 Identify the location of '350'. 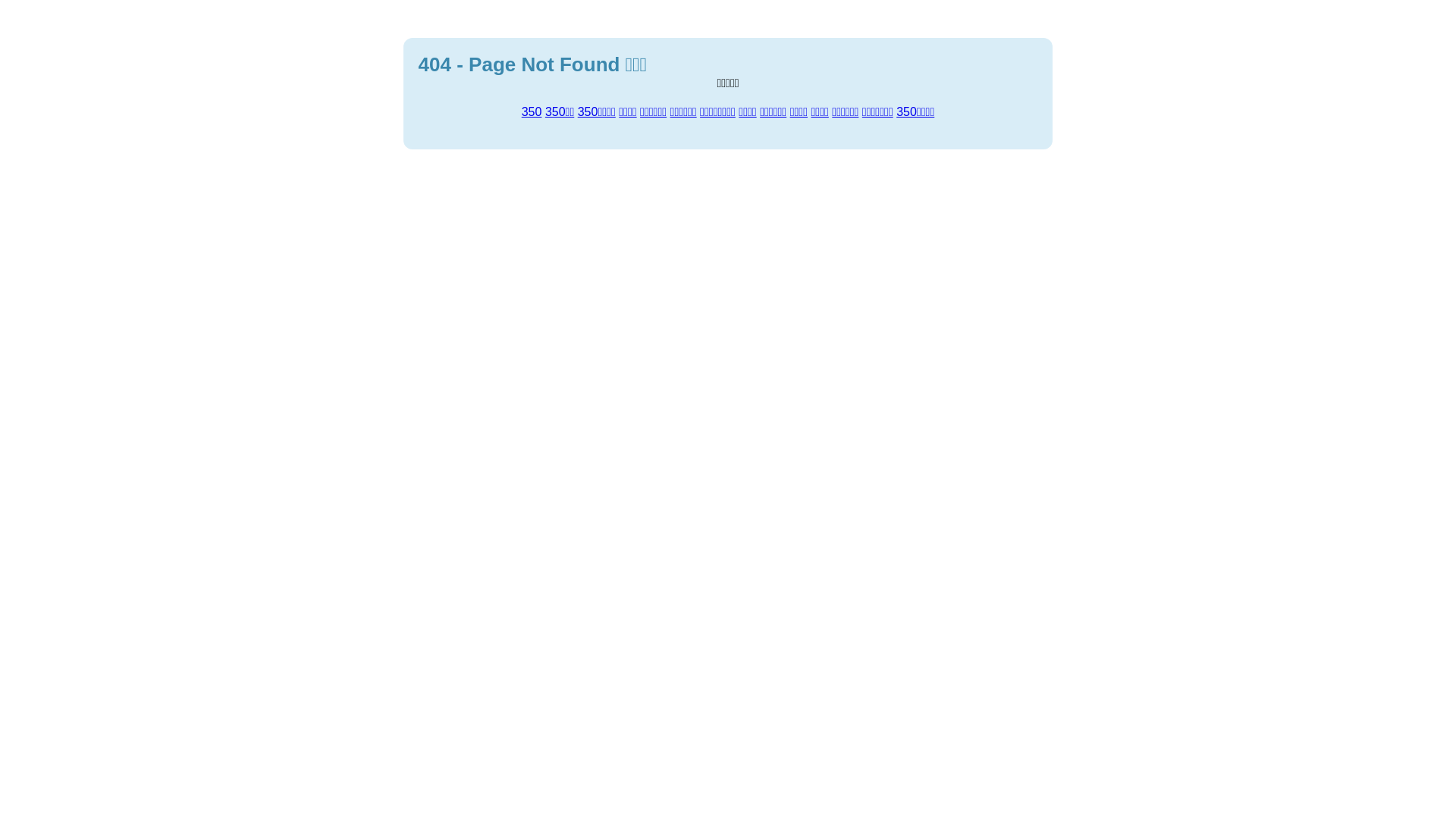
(532, 111).